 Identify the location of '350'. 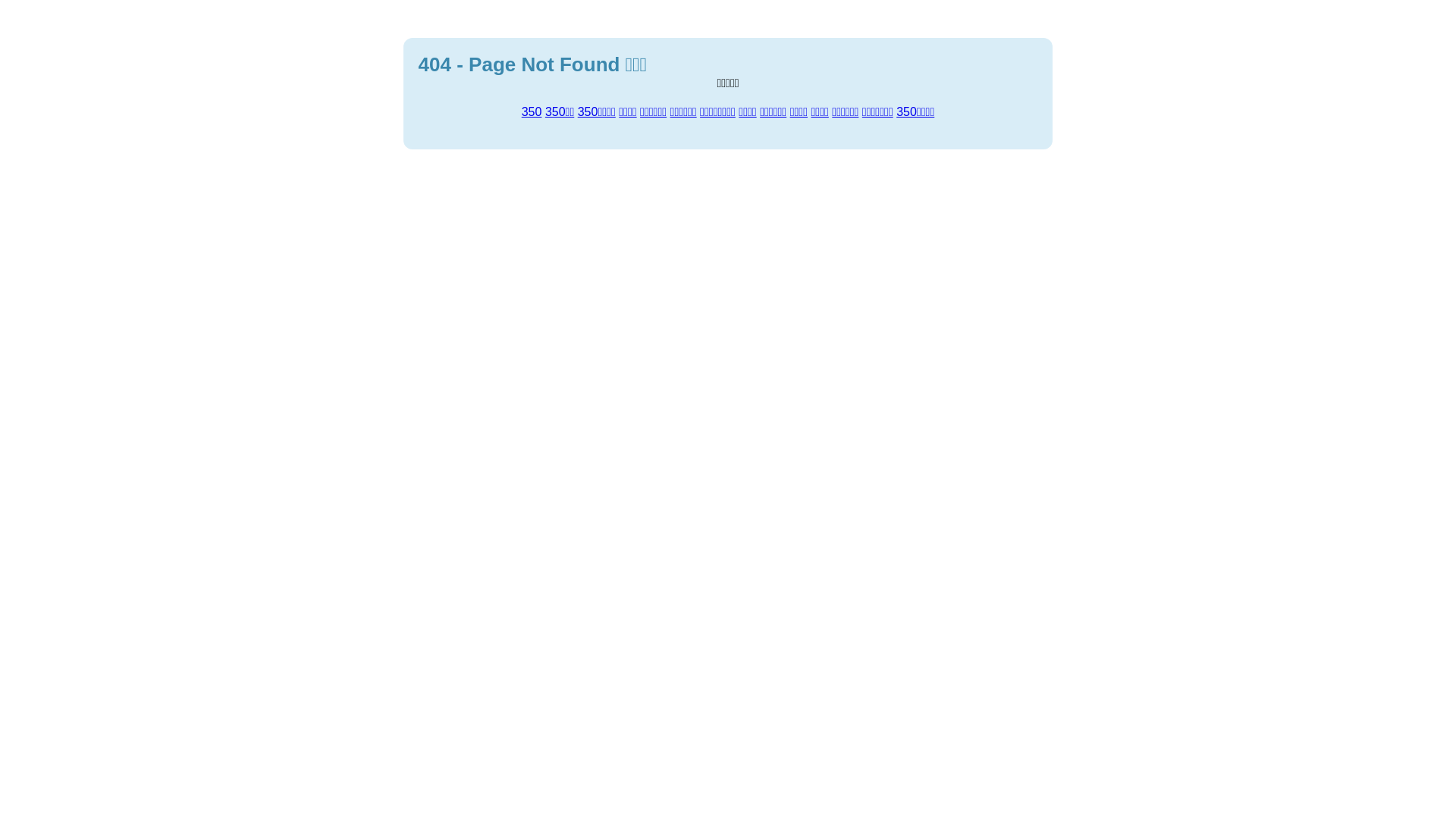
(532, 111).